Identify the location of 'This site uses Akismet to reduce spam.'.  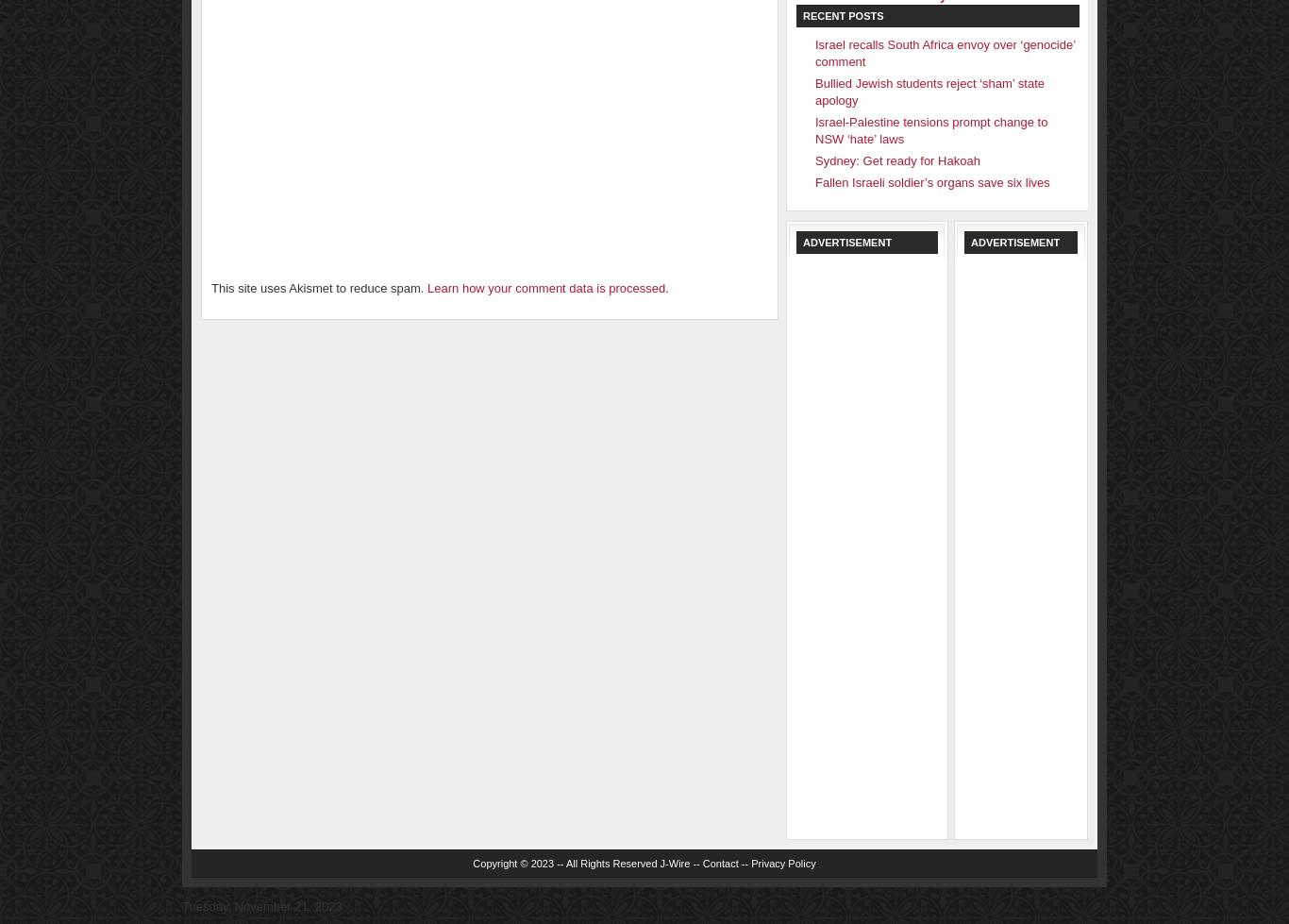
(319, 287).